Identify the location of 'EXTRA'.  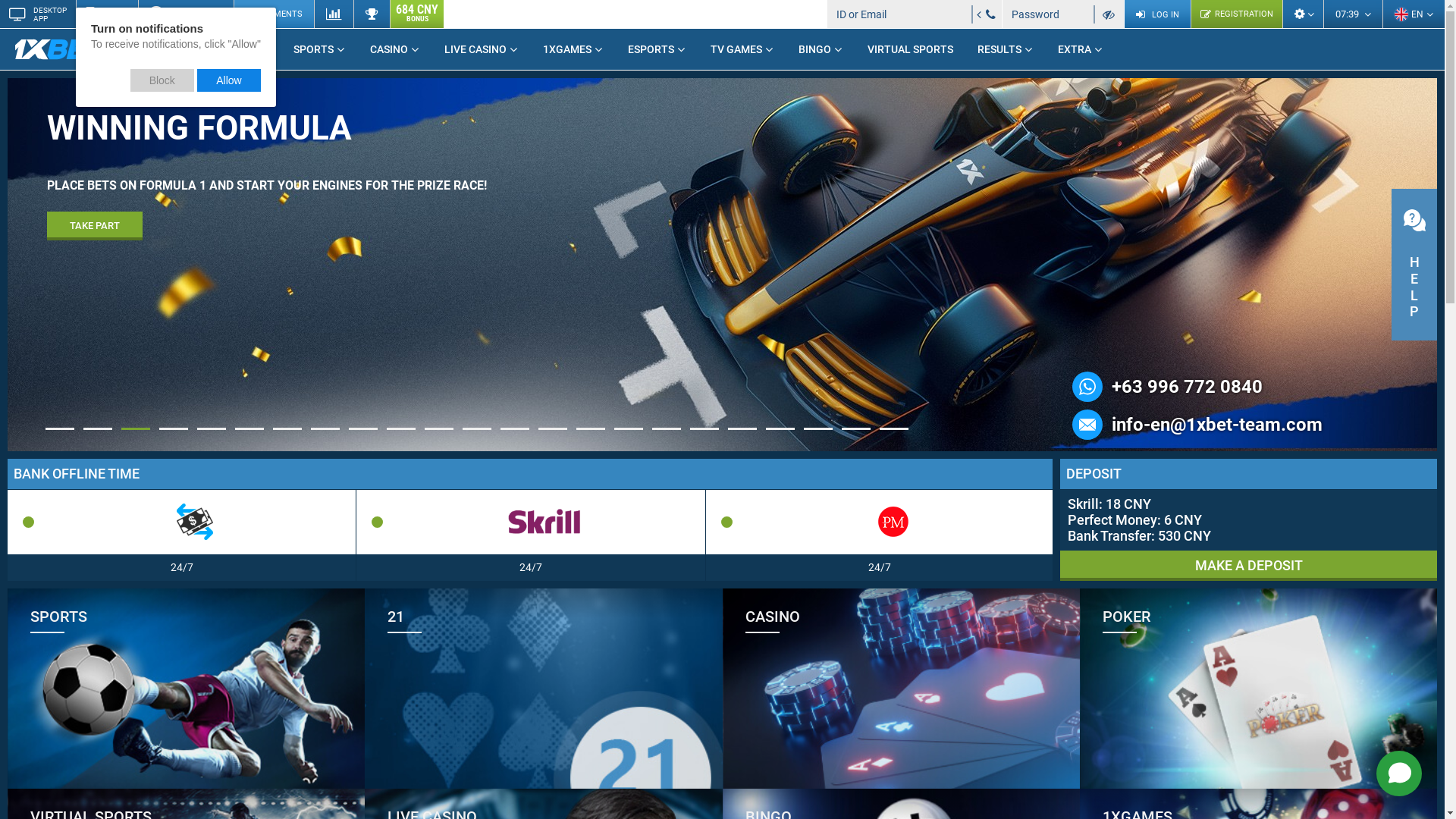
(1080, 49).